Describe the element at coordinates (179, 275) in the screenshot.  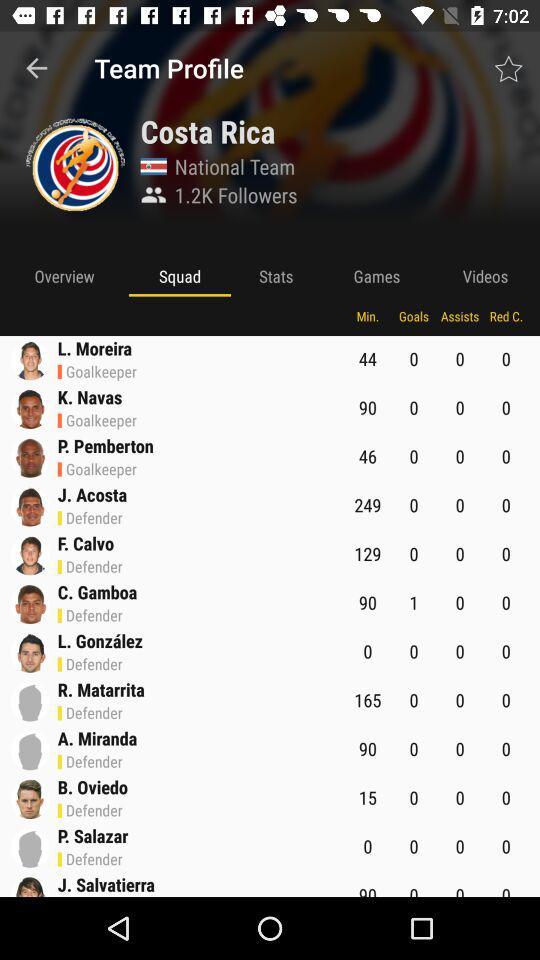
I see `the squad app` at that location.